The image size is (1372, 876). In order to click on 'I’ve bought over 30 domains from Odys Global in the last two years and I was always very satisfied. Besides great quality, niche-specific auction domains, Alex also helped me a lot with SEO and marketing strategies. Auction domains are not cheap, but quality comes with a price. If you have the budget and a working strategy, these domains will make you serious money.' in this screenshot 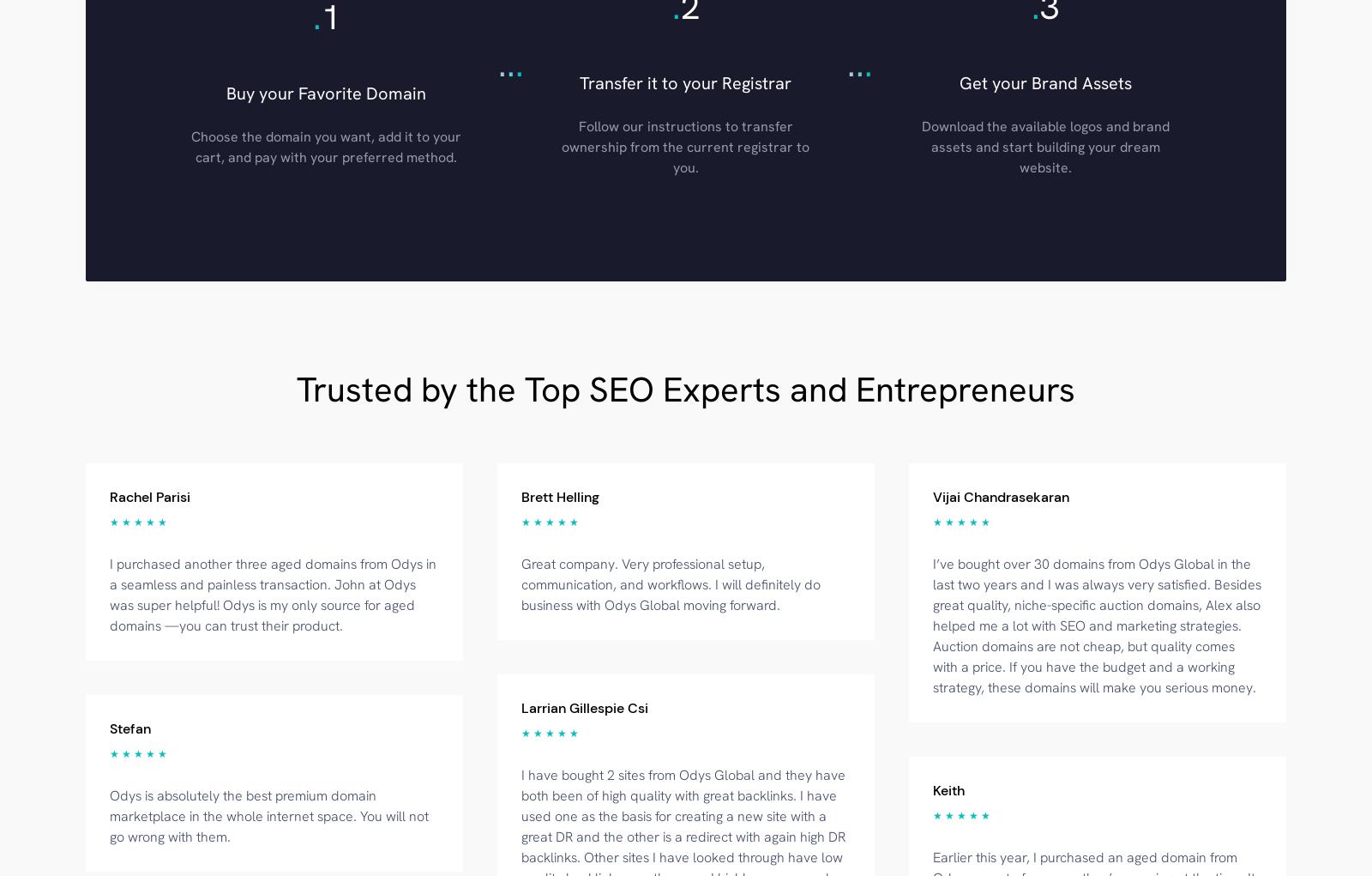, I will do `click(1096, 624)`.